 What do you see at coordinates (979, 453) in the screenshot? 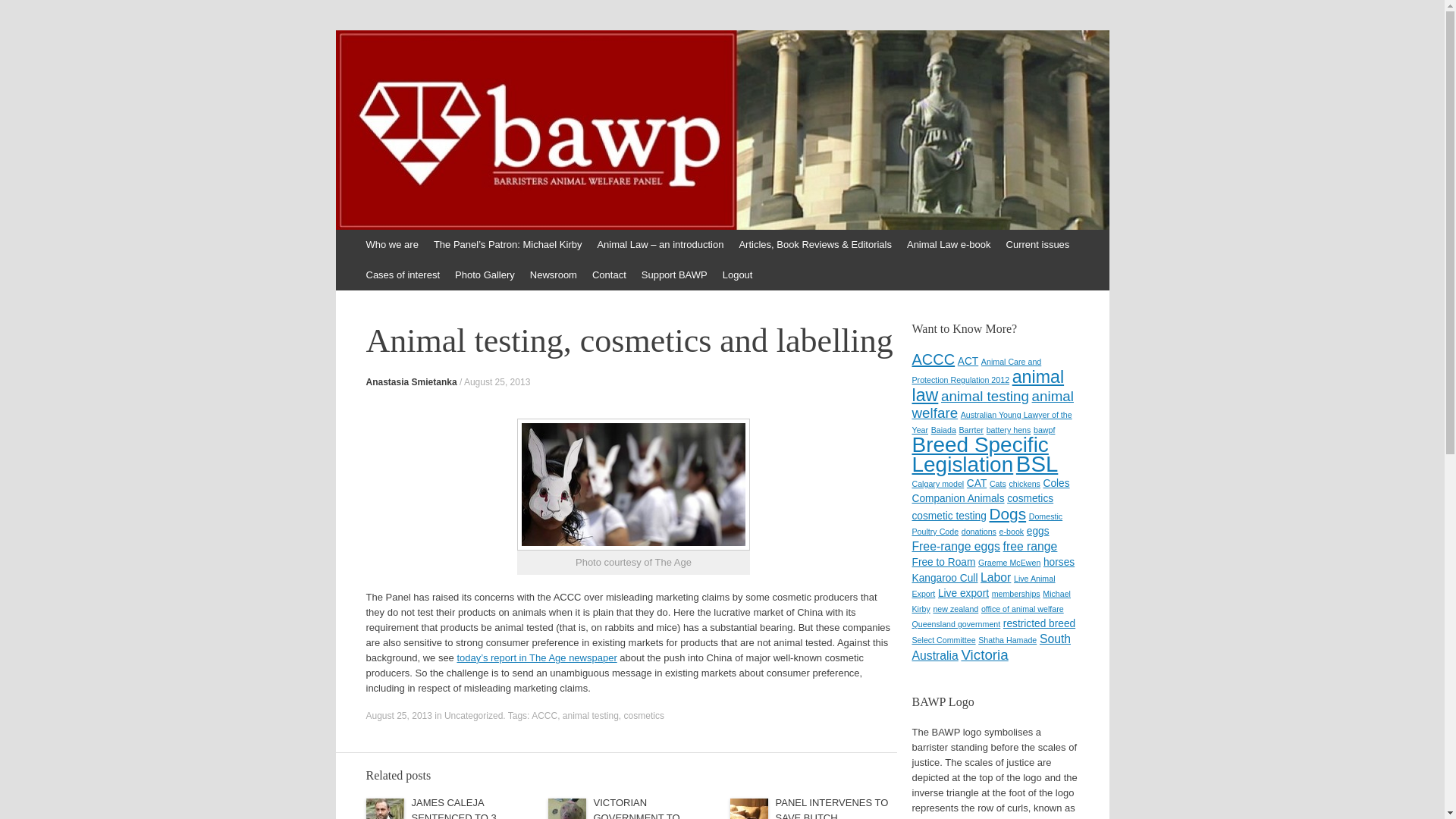
I see `'Breed Specific Legislation'` at bounding box center [979, 453].